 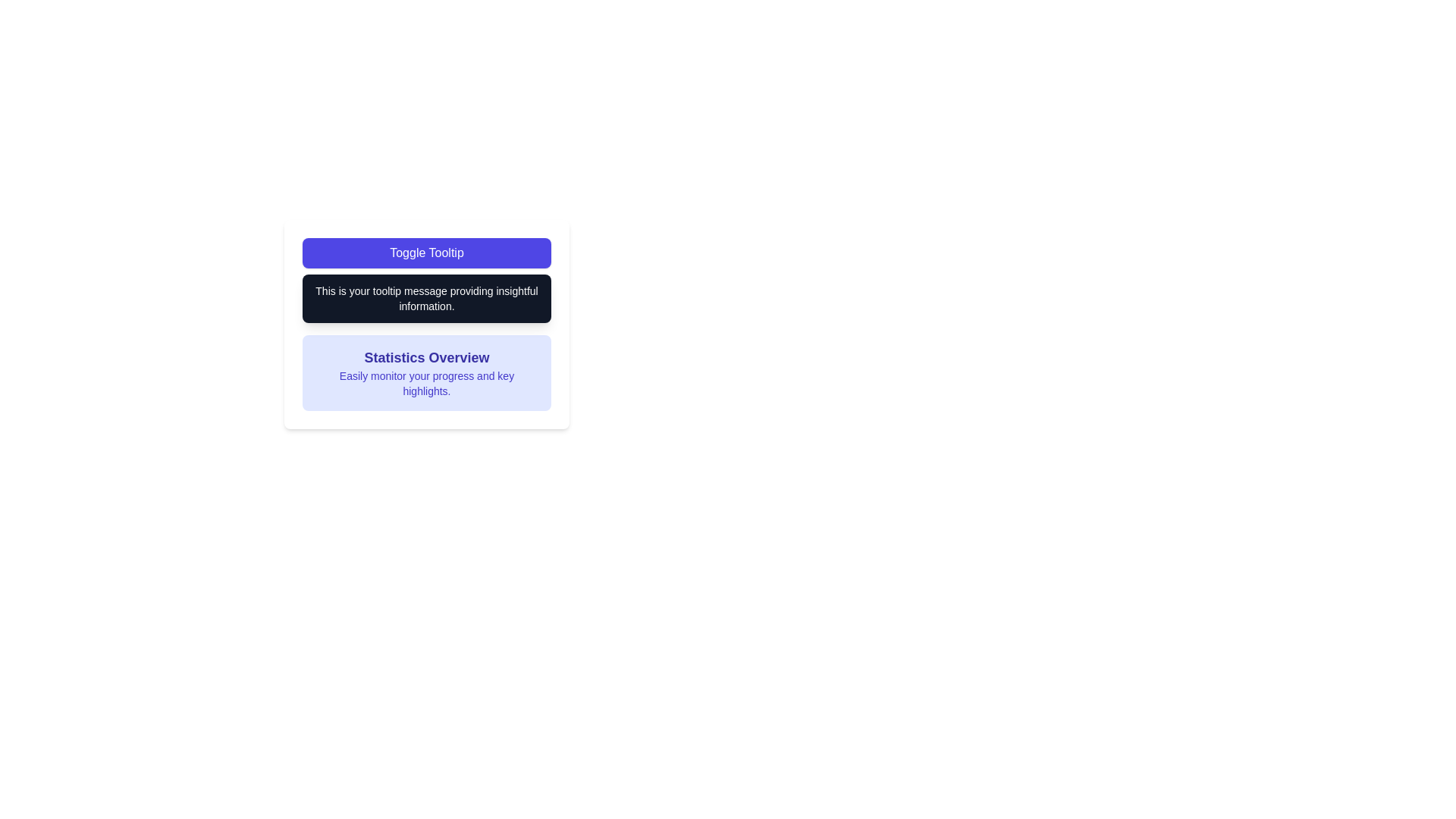 What do you see at coordinates (425, 253) in the screenshot?
I see `the rectangular button with a purple background and rounded corners labeled 'Toggle Tooltip'` at bounding box center [425, 253].